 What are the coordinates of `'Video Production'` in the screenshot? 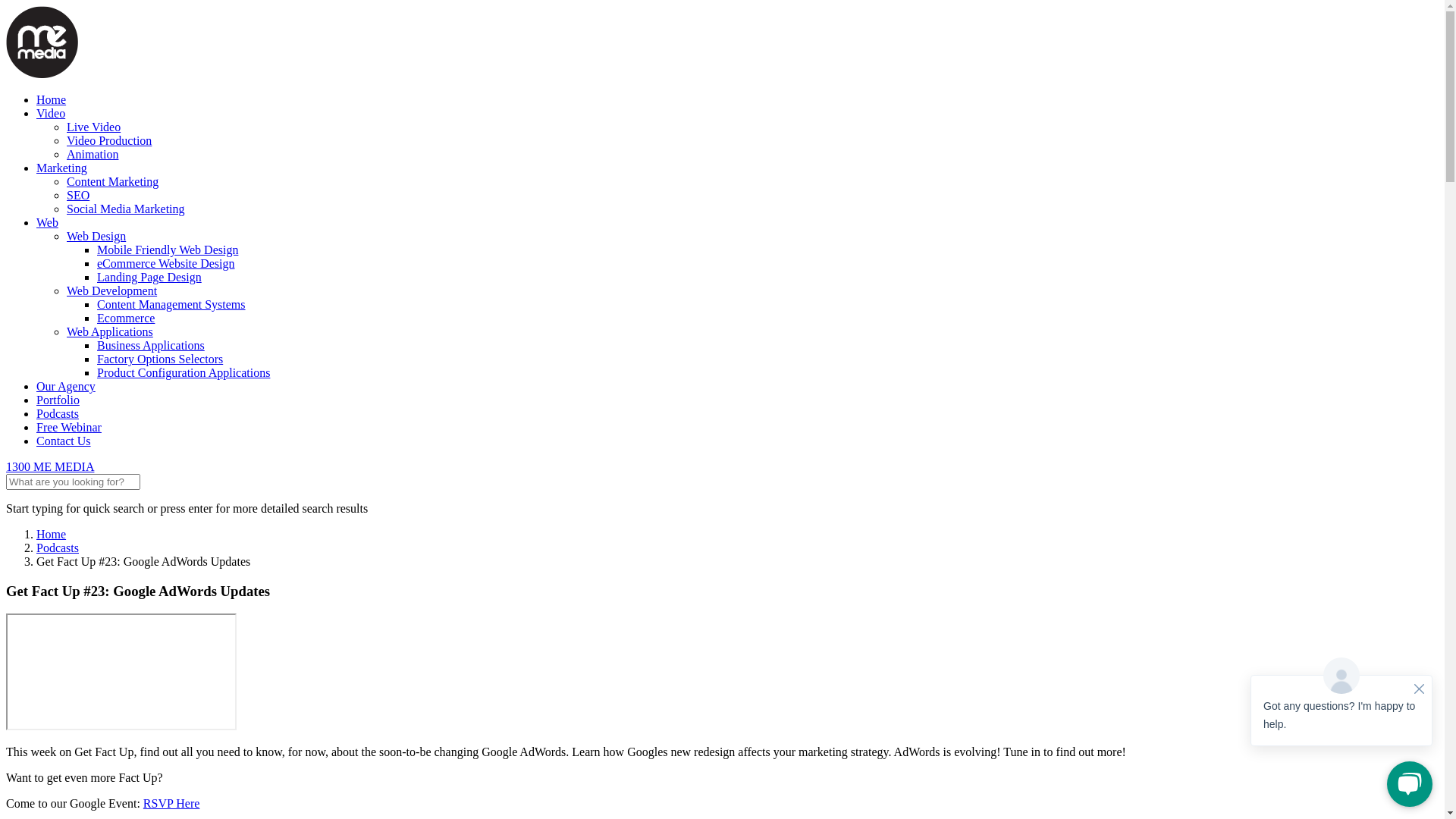 It's located at (108, 140).